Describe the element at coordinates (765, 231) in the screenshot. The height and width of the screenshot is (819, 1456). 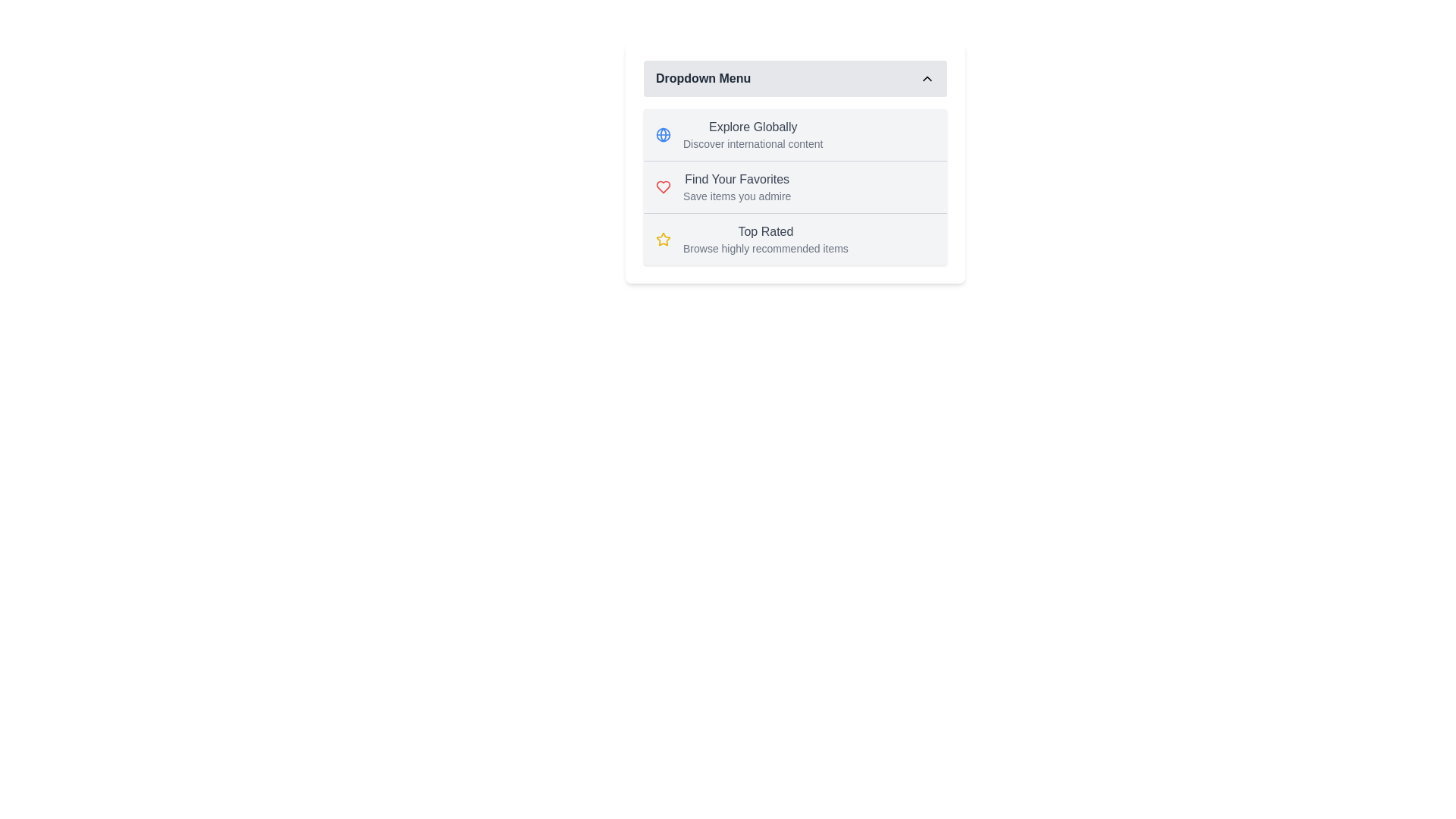
I see `the Text Label displaying the title for the associated menu option` at that location.